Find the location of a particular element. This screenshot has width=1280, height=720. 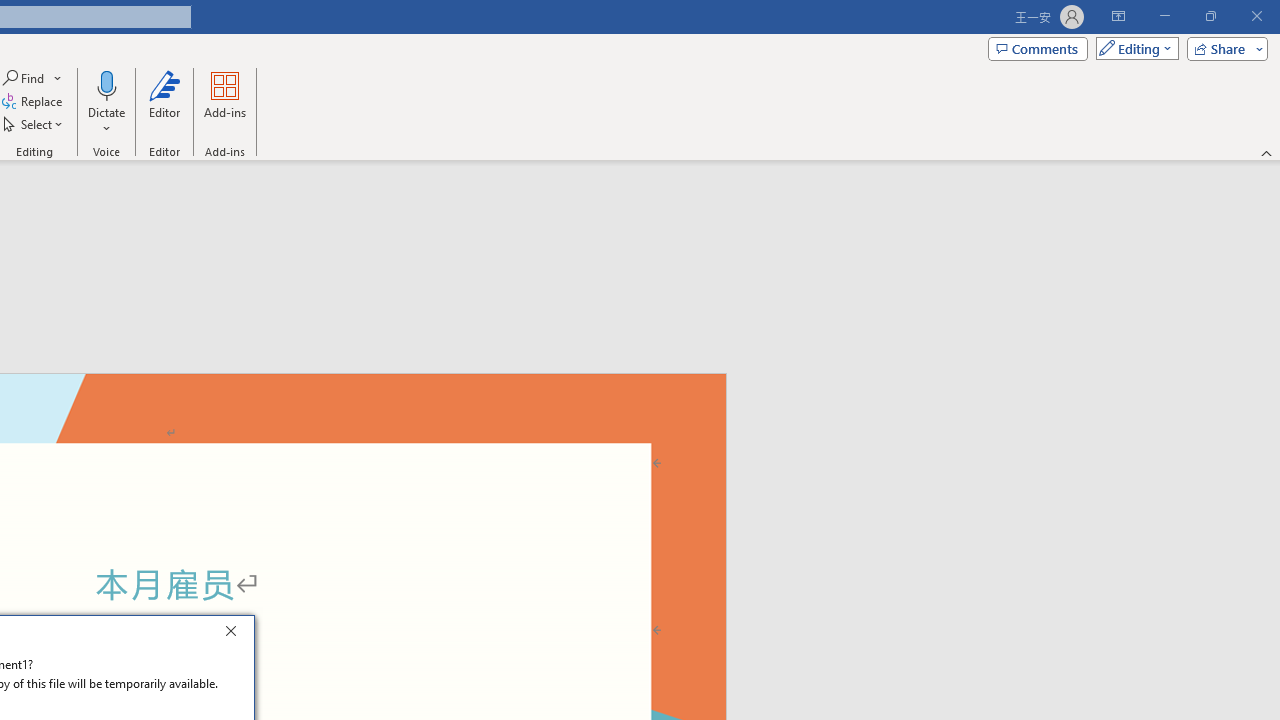

'Restore Down' is located at coordinates (1209, 16).